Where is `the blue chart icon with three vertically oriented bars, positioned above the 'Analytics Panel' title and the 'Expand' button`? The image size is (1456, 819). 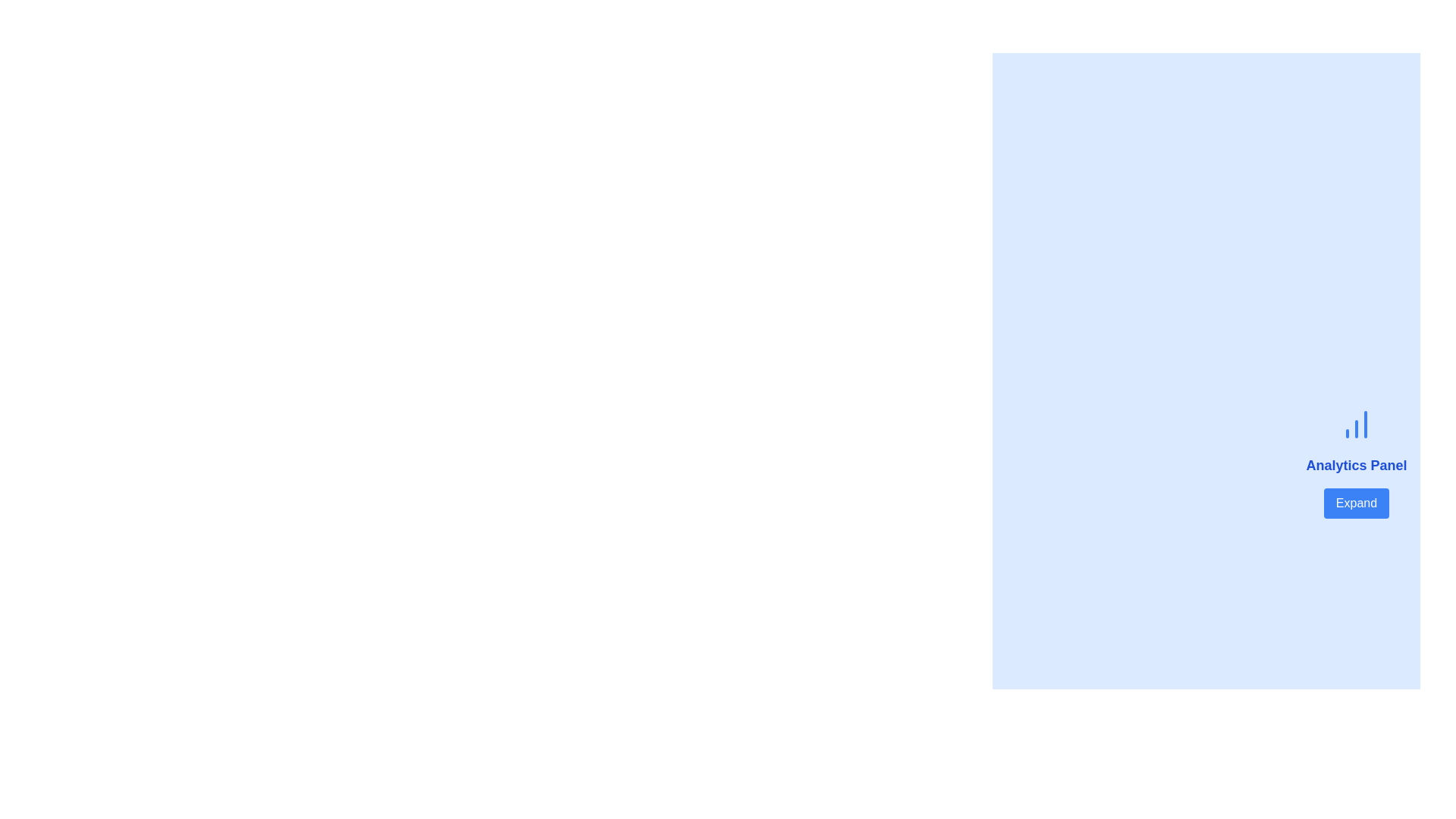 the blue chart icon with three vertically oriented bars, positioned above the 'Analytics Panel' title and the 'Expand' button is located at coordinates (1357, 424).